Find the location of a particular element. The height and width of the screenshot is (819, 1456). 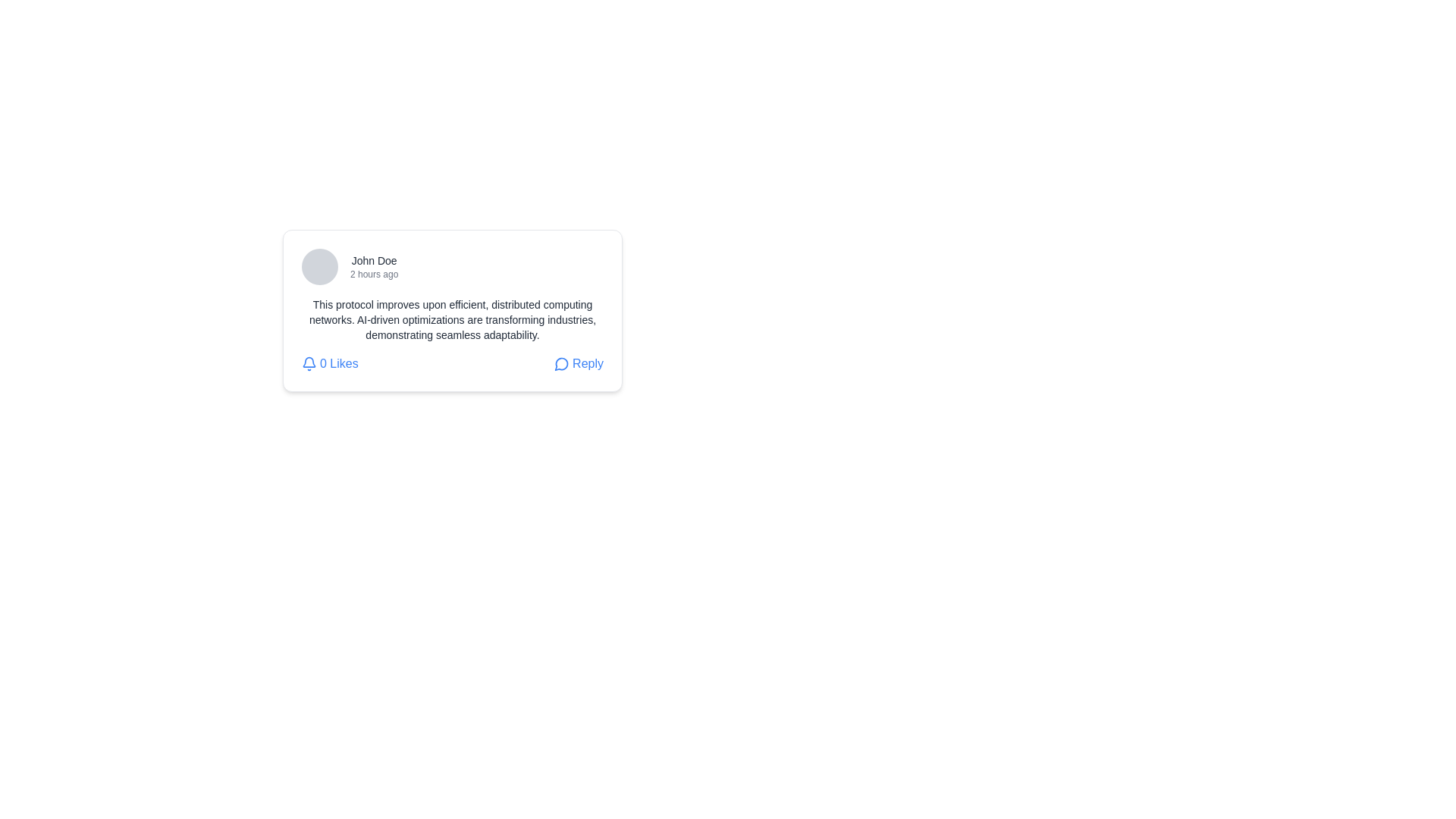

the static text label that displays the number of likes associated with the comment, located at the bottom-left of the comment-like card component, to the right of the notification bell icon is located at coordinates (338, 363).